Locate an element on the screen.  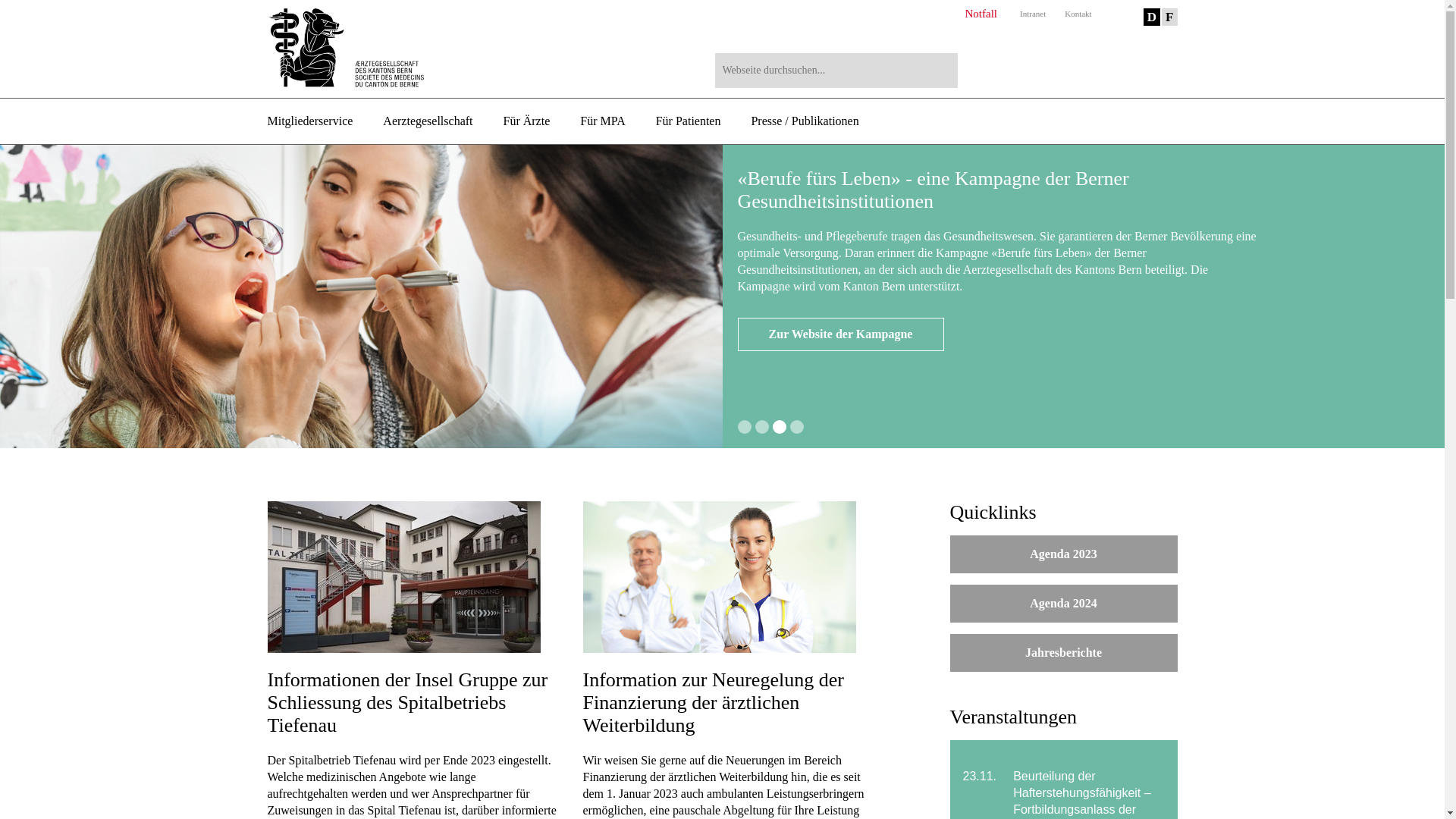
'Intranet' is located at coordinates (1019, 14).